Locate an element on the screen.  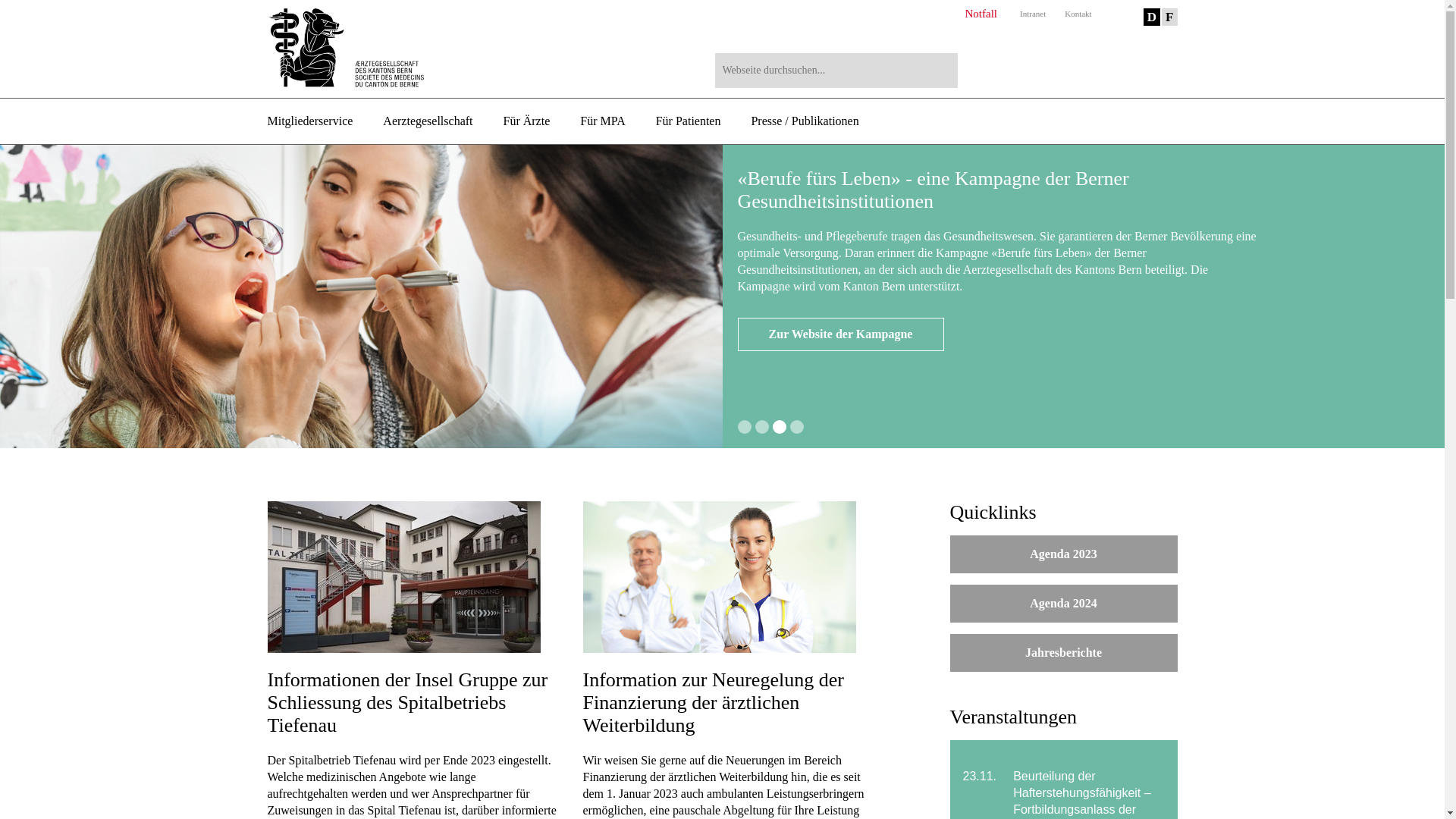
'Intranet' is located at coordinates (1019, 14).